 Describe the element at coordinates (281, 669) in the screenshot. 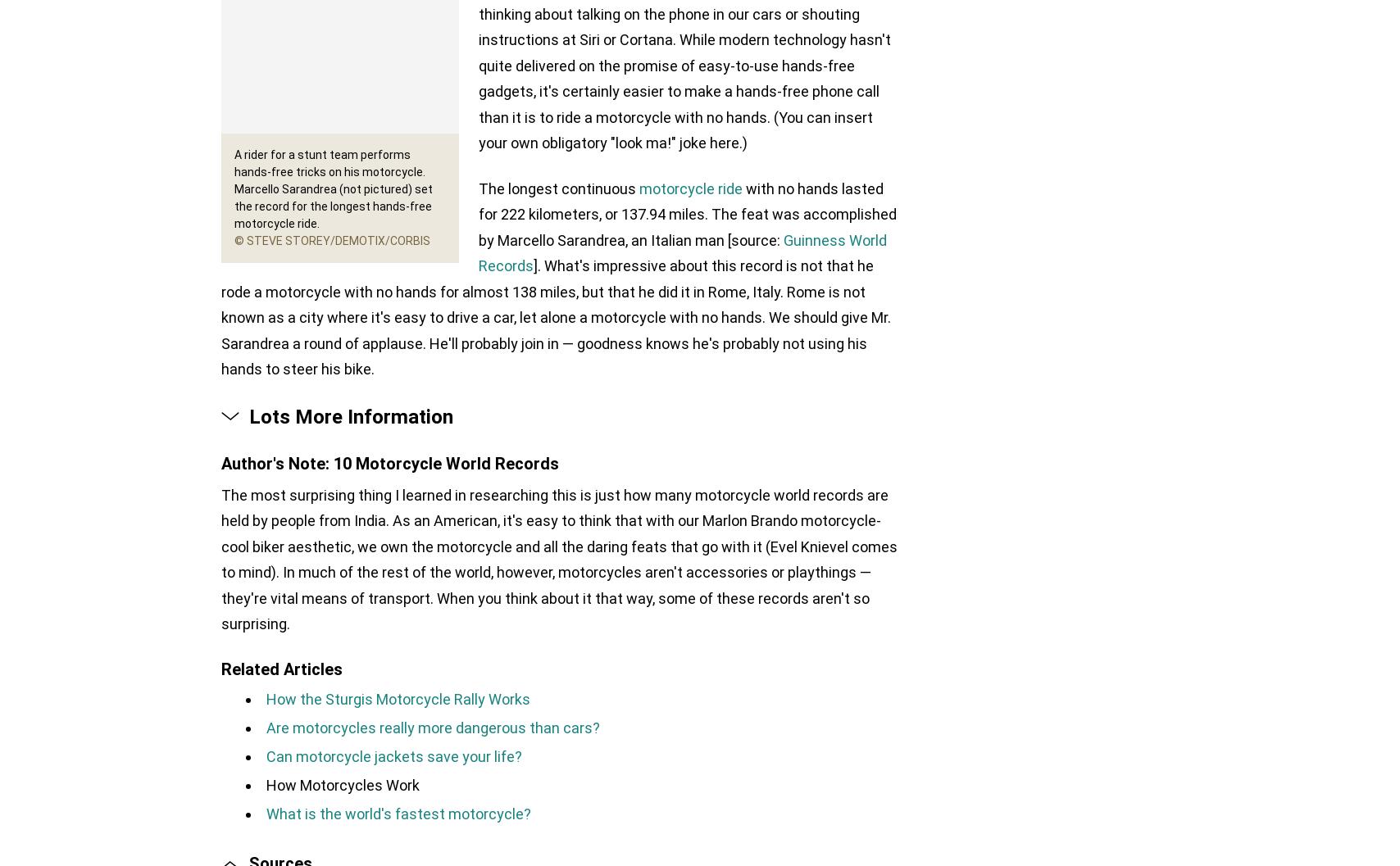

I see `'Related Articles'` at that location.